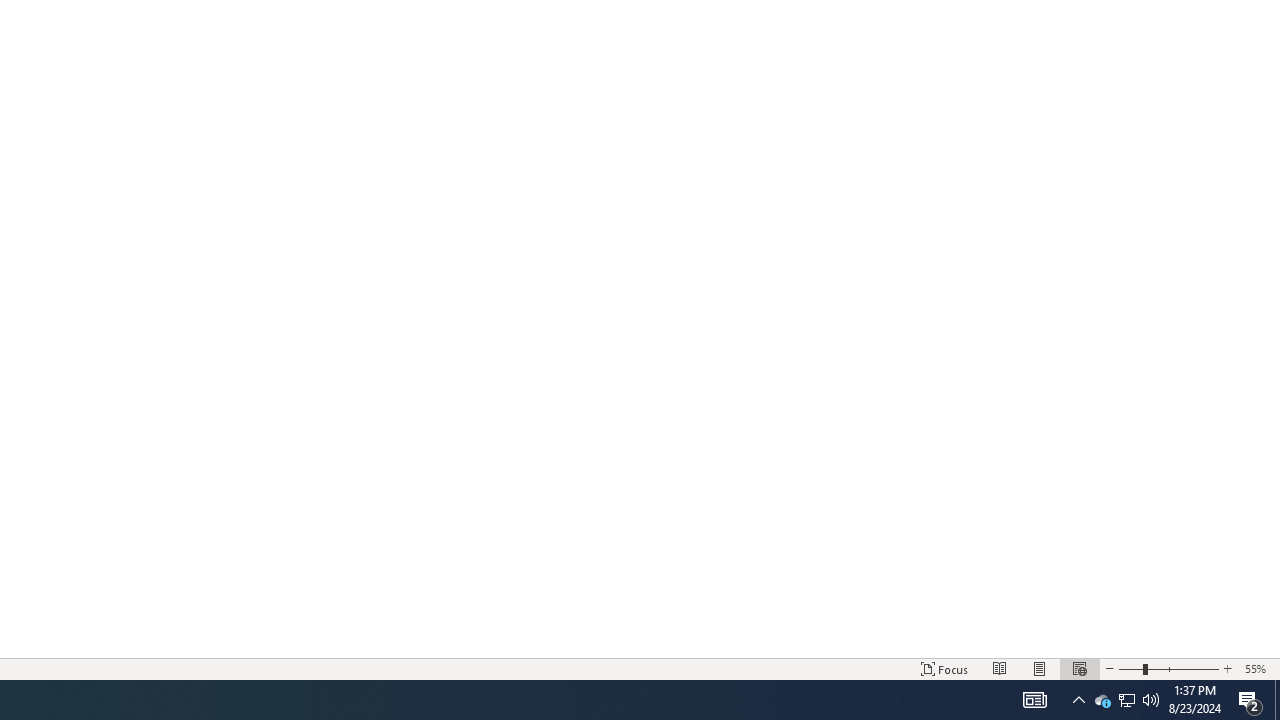 This screenshot has width=1280, height=720. Describe the element at coordinates (1226, 669) in the screenshot. I see `'Zoom In'` at that location.